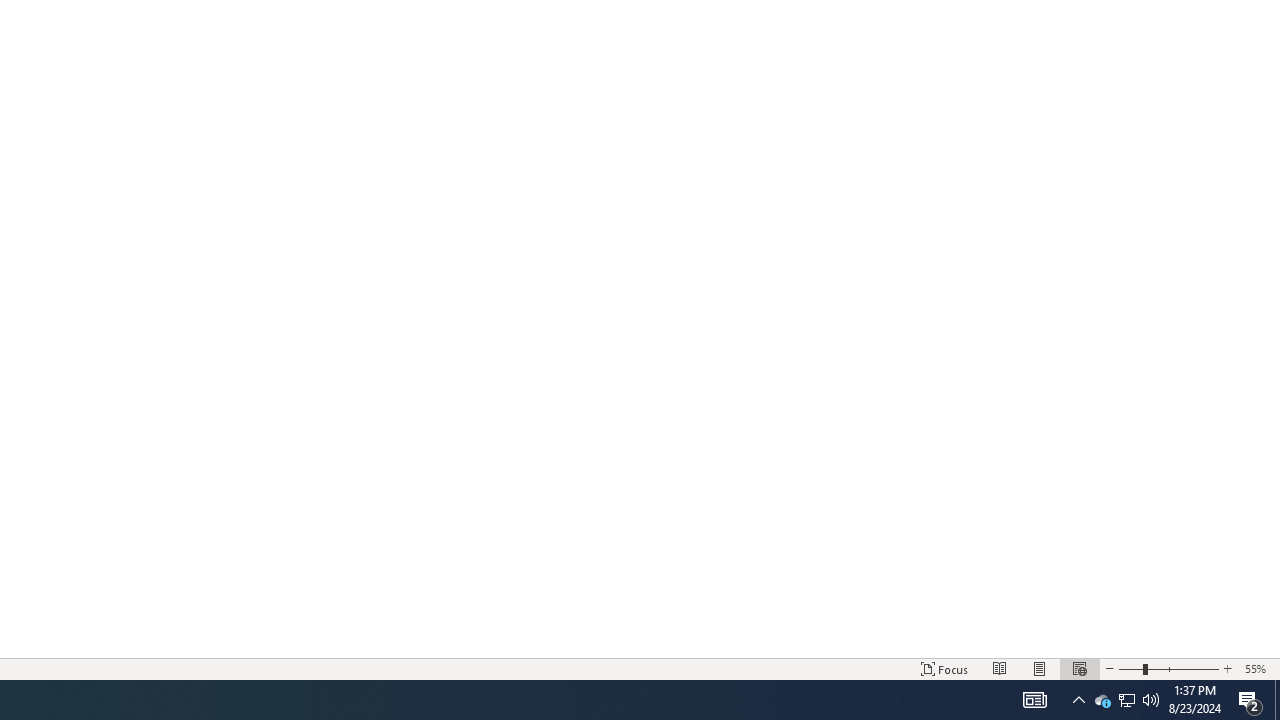 This screenshot has width=1280, height=720. Describe the element at coordinates (1226, 669) in the screenshot. I see `'Zoom In'` at that location.